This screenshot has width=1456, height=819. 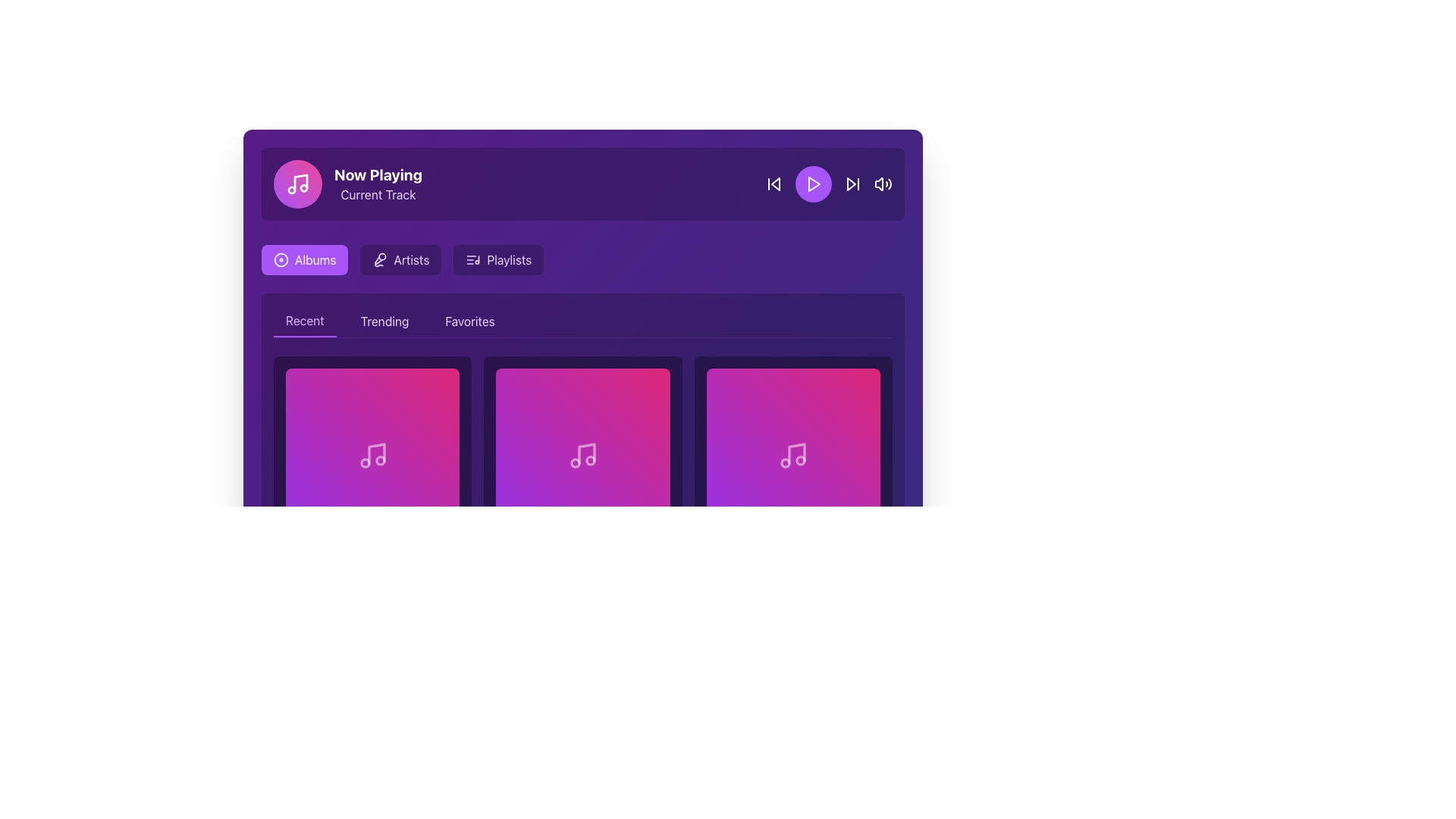 What do you see at coordinates (400, 259) in the screenshot?
I see `the 'Artists' button, which is the second button in a horizontal row of three buttons ('Albums', 'Artists', 'Playlists')` at bounding box center [400, 259].